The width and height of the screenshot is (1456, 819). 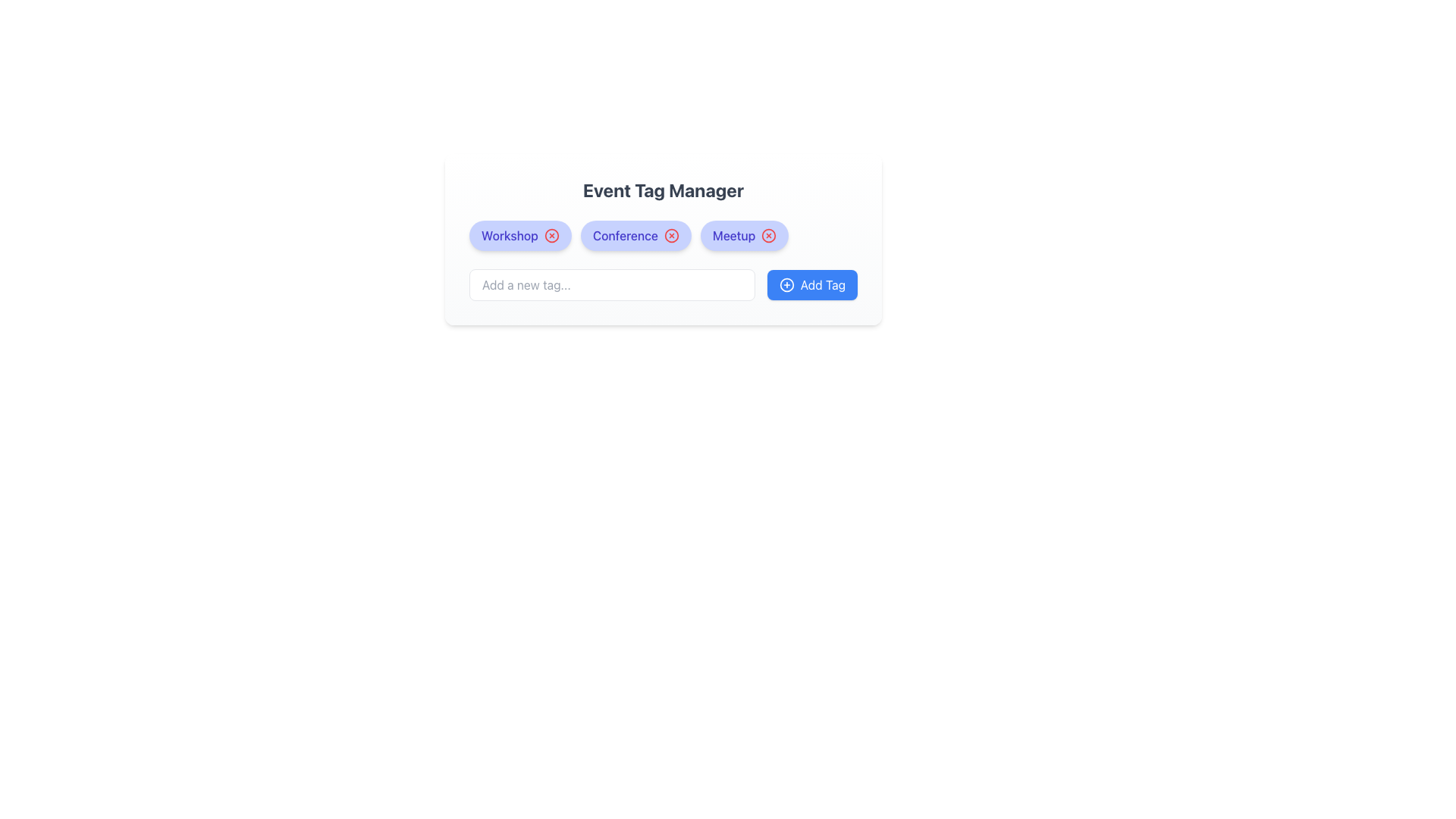 I want to click on the red circular icon associated with the 'X' icon under 'Event Tag Manager', so click(x=769, y=236).